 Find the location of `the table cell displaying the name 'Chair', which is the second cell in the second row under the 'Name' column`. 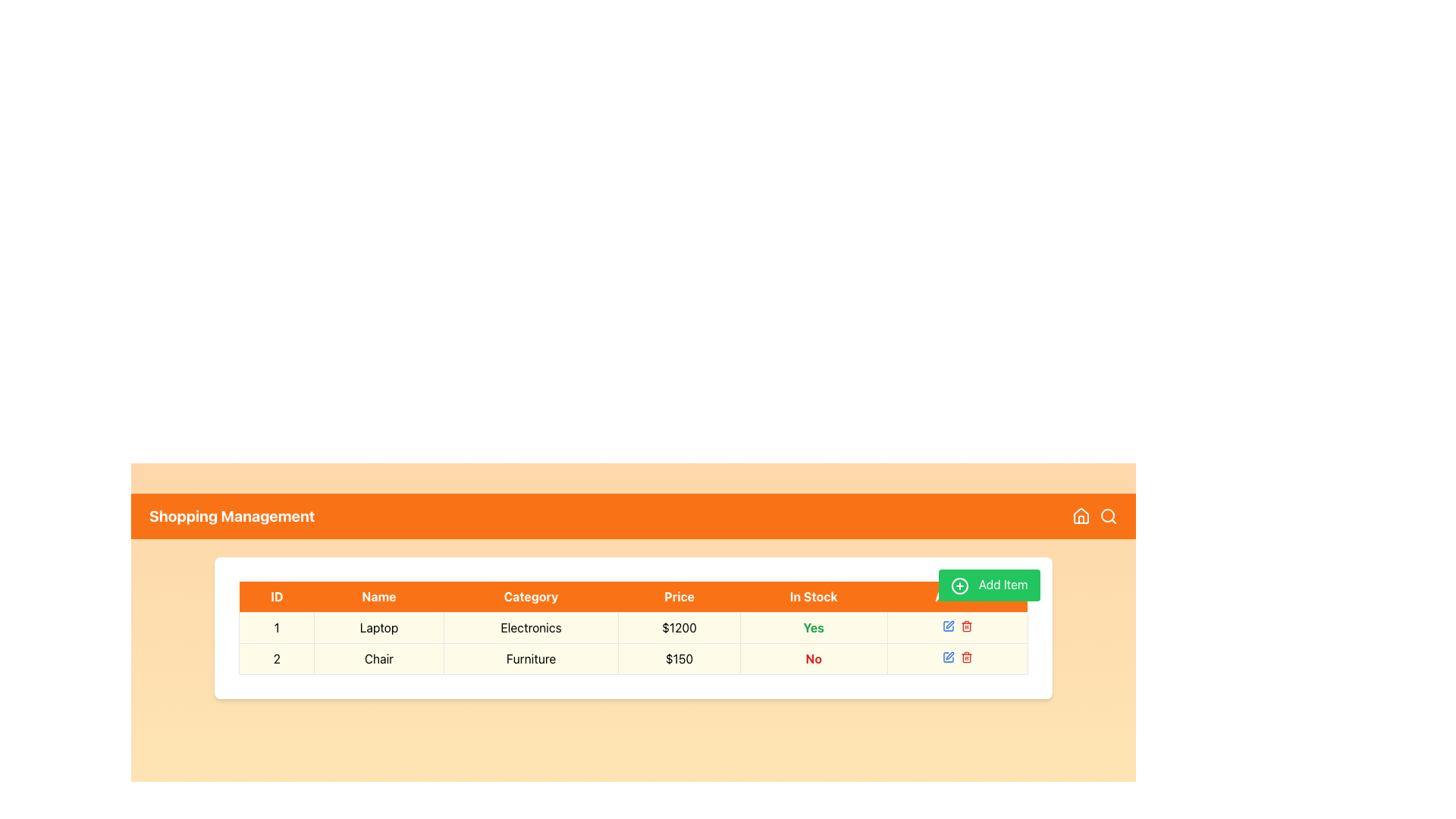

the table cell displaying the name 'Chair', which is the second cell in the second row under the 'Name' column is located at coordinates (378, 657).